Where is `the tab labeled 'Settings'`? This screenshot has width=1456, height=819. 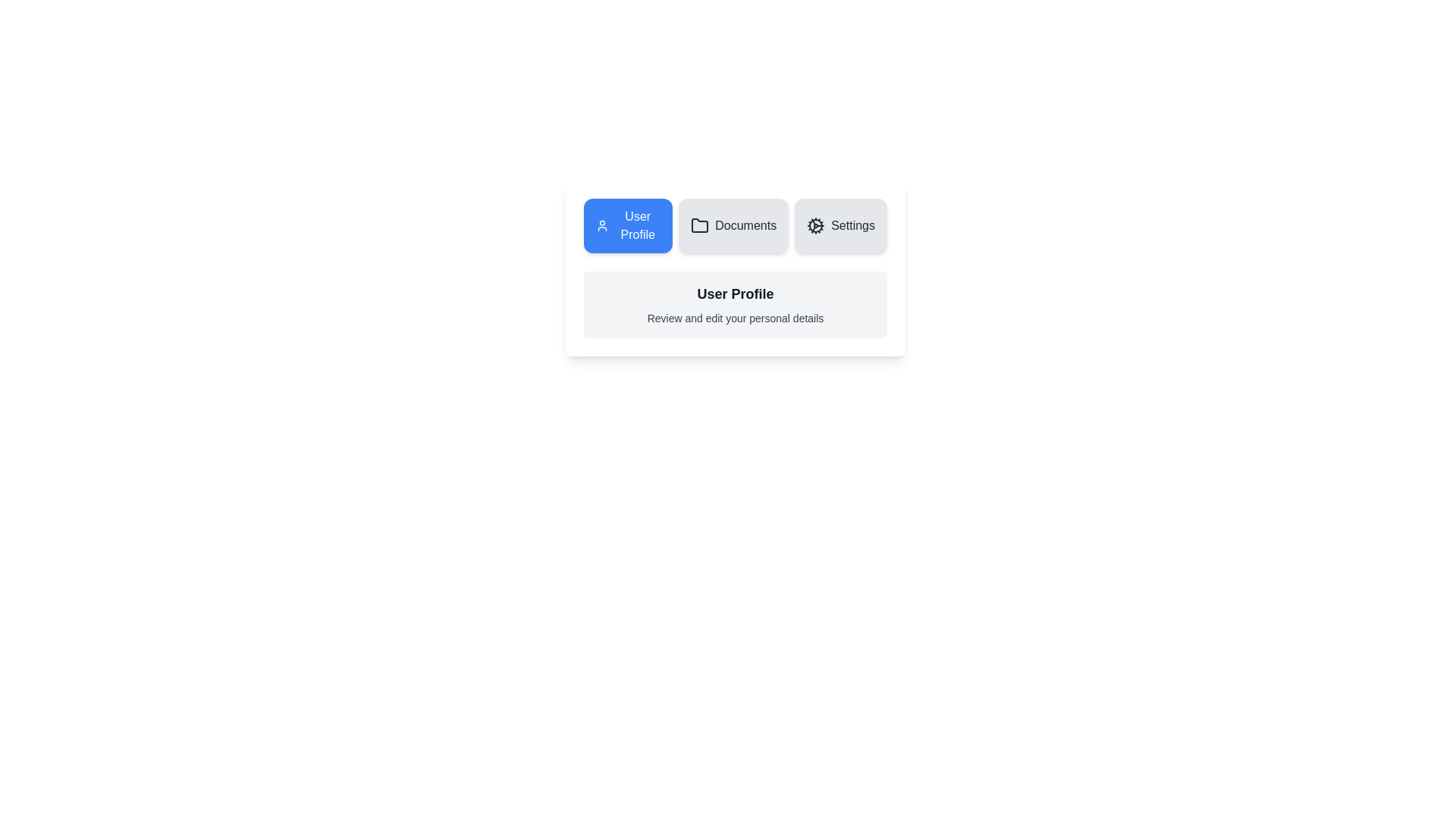 the tab labeled 'Settings' is located at coordinates (839, 225).